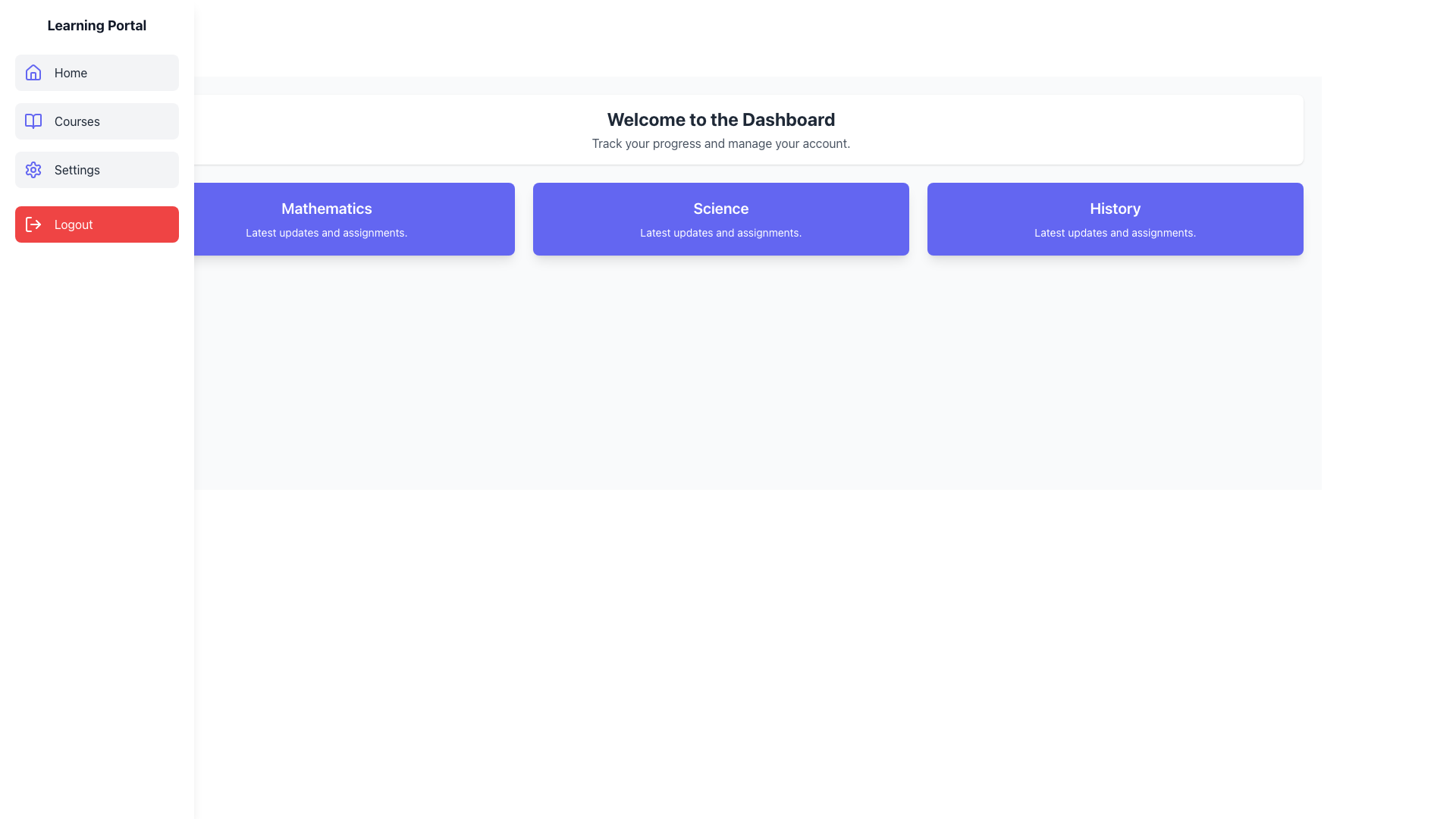  I want to click on the indigo-colored gear icon located in the 'Settings' section of the left-hand navigation panel, so click(33, 169).